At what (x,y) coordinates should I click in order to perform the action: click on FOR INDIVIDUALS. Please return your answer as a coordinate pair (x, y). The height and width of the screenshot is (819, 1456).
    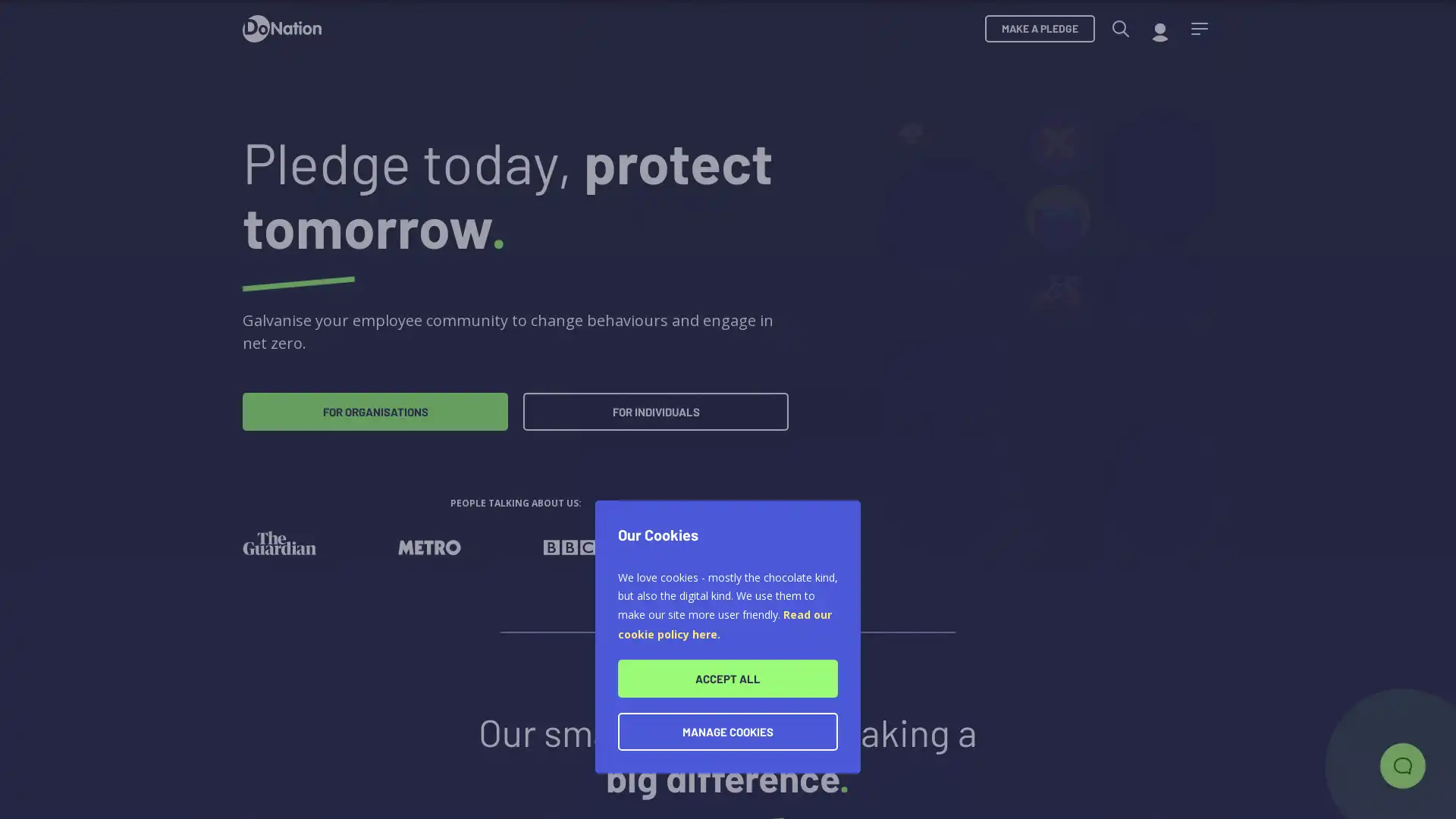
    Looking at the image, I should click on (655, 412).